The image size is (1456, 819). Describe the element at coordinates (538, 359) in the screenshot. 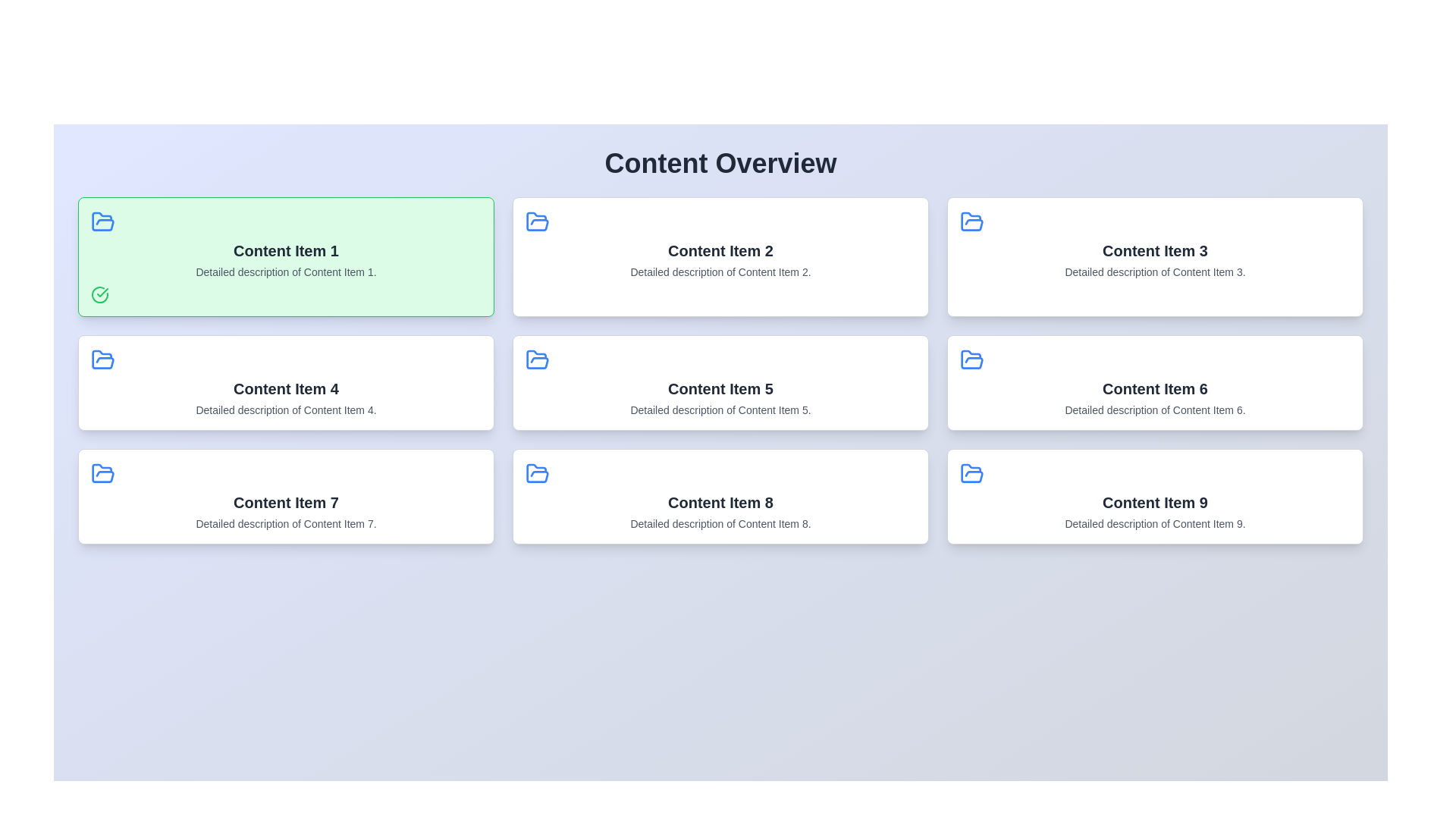

I see `open folder icon with a blue outline located in the 'Content Item 5' card, positioned in the second row and second column of the grid layout` at that location.